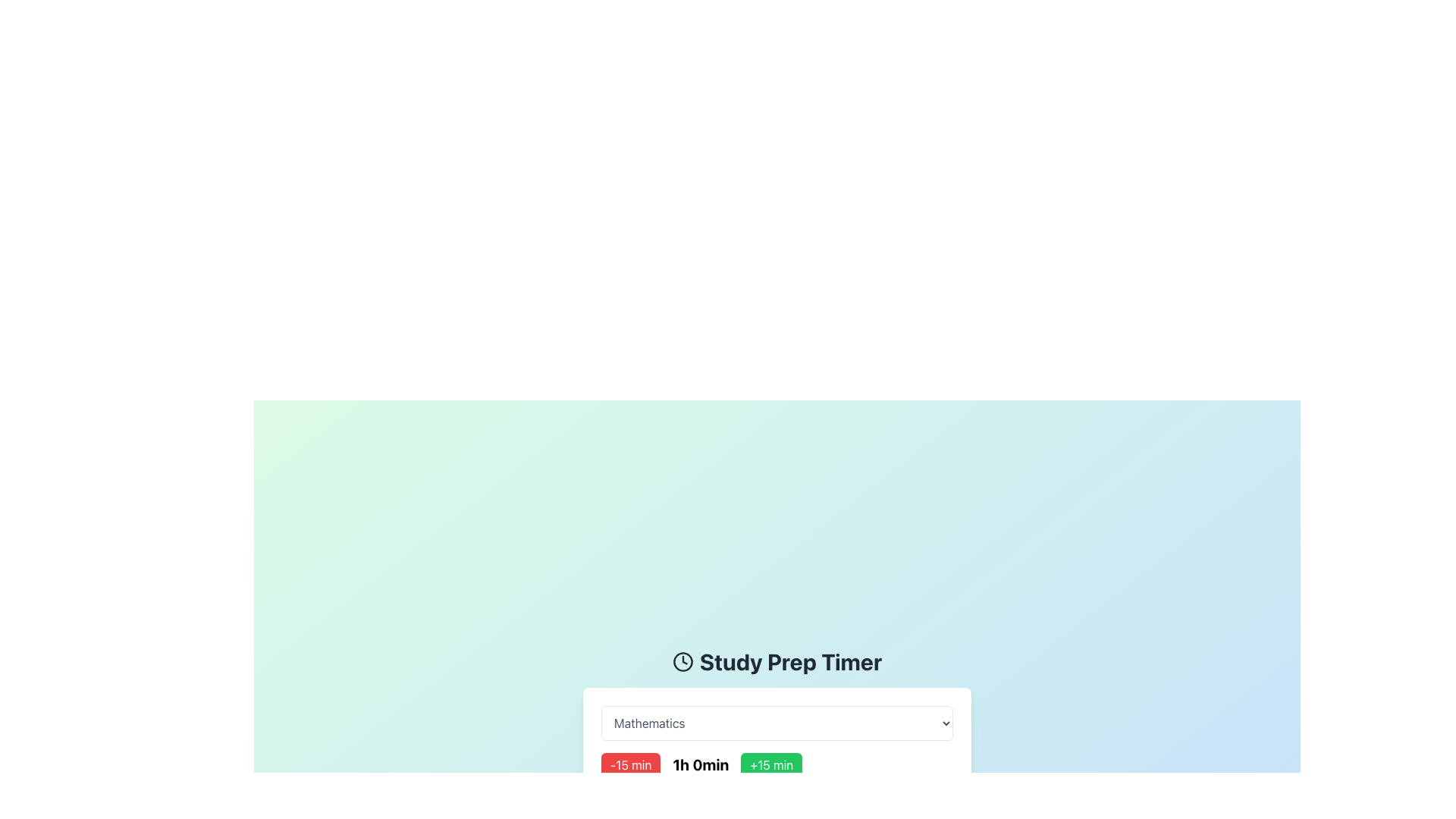 The width and height of the screenshot is (1456, 819). What do you see at coordinates (777, 661) in the screenshot?
I see `the static text element labeled 'Study Prep Timer' with a clock icon, located near the top center of the interface` at bounding box center [777, 661].